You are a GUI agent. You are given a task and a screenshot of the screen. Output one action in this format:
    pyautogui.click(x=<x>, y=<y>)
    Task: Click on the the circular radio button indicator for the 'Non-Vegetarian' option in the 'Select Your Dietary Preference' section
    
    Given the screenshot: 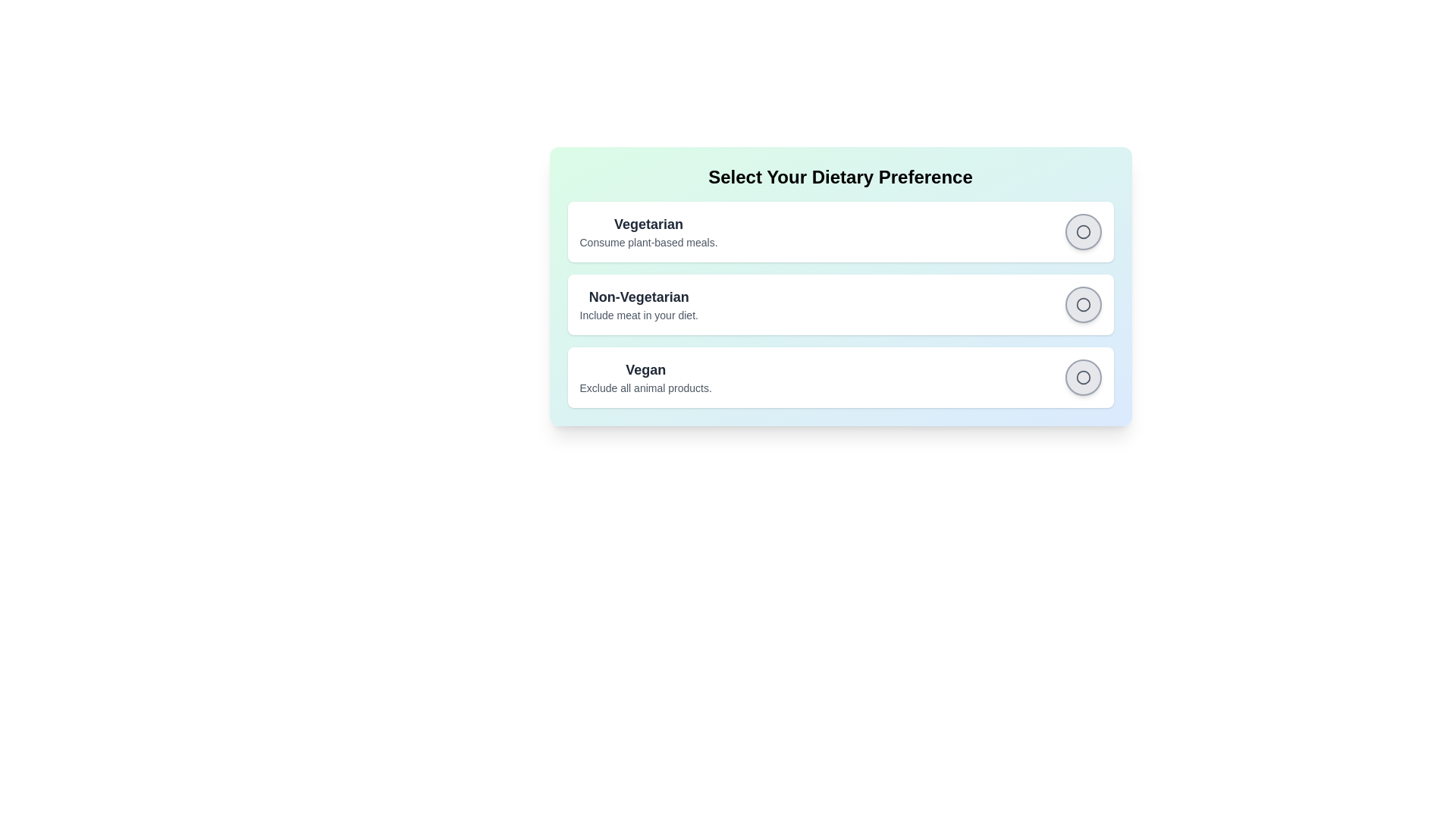 What is the action you would take?
    pyautogui.click(x=1082, y=304)
    